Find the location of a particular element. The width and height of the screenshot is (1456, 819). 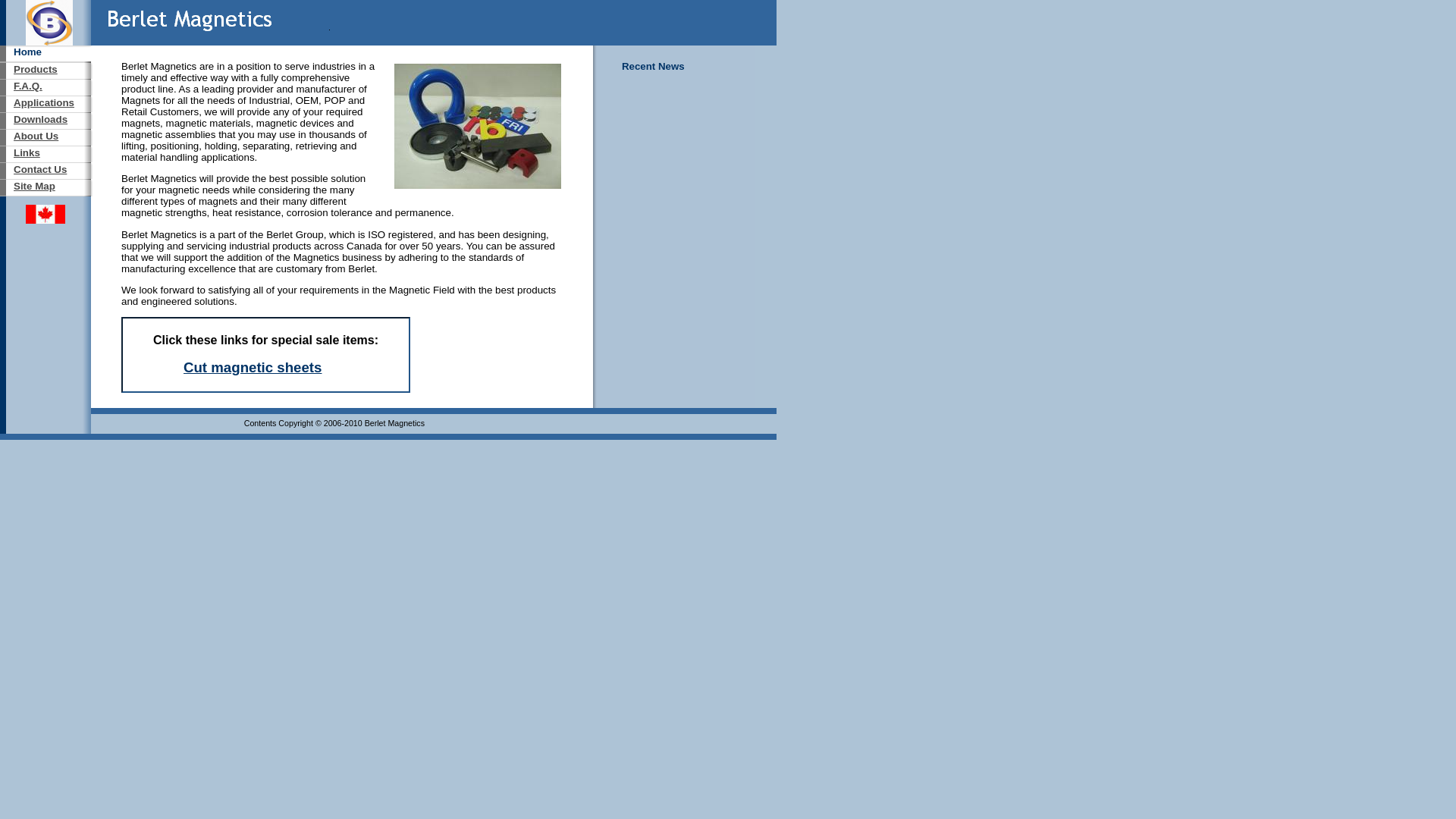

'Applications' is located at coordinates (43, 102).